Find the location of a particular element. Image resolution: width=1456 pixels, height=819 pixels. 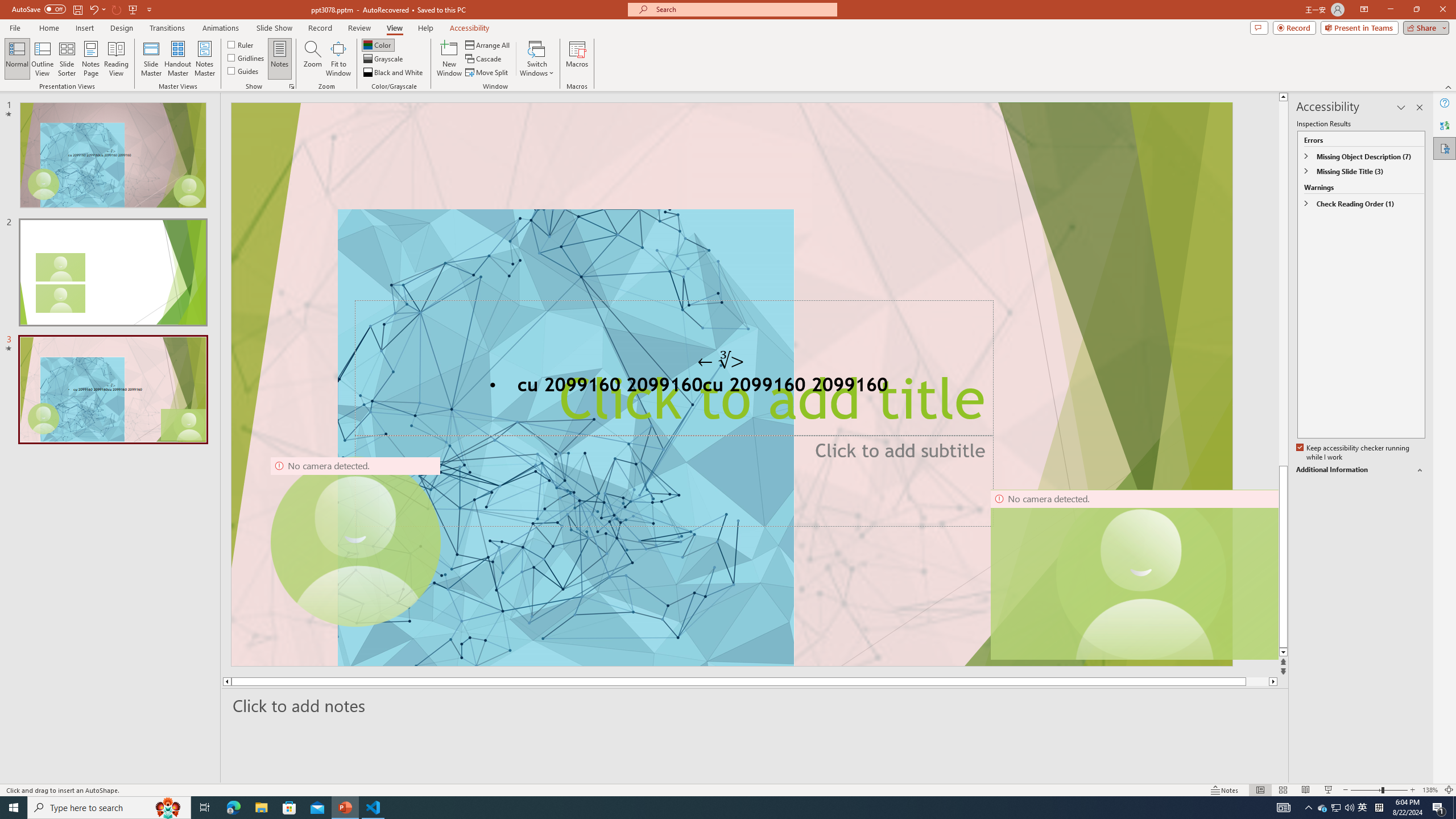

'Move Split' is located at coordinates (487, 72).